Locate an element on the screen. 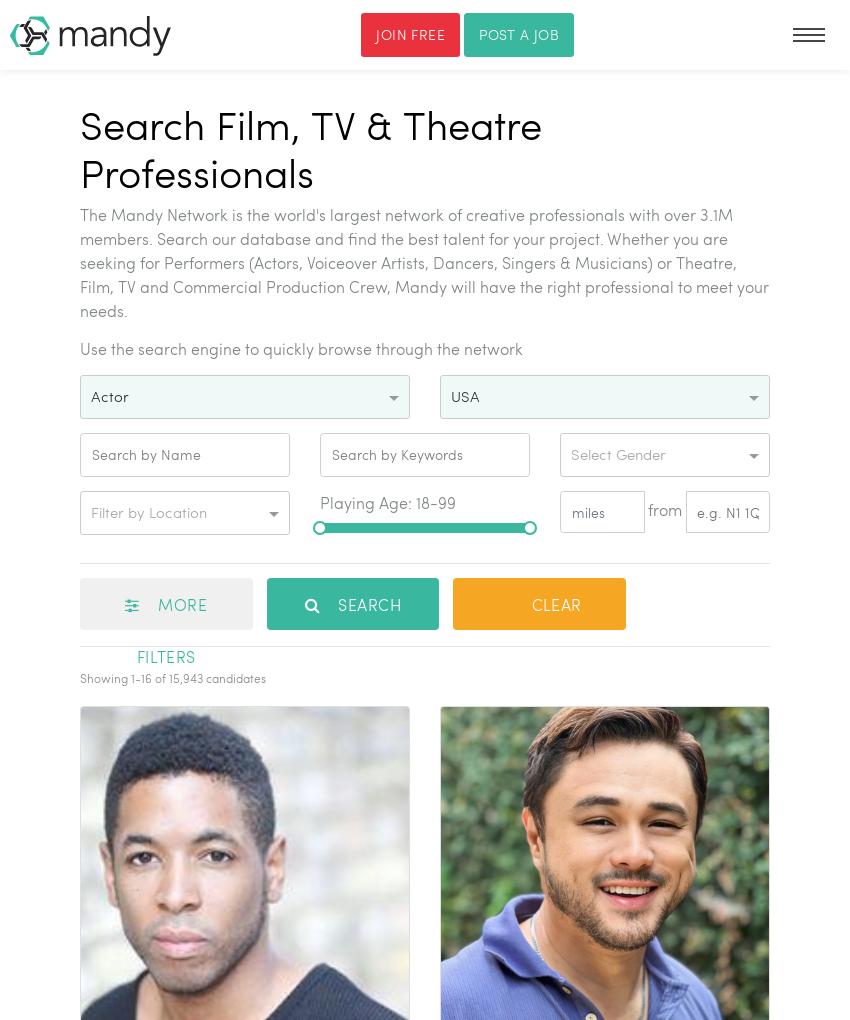  'candidates' is located at coordinates (234, 676).